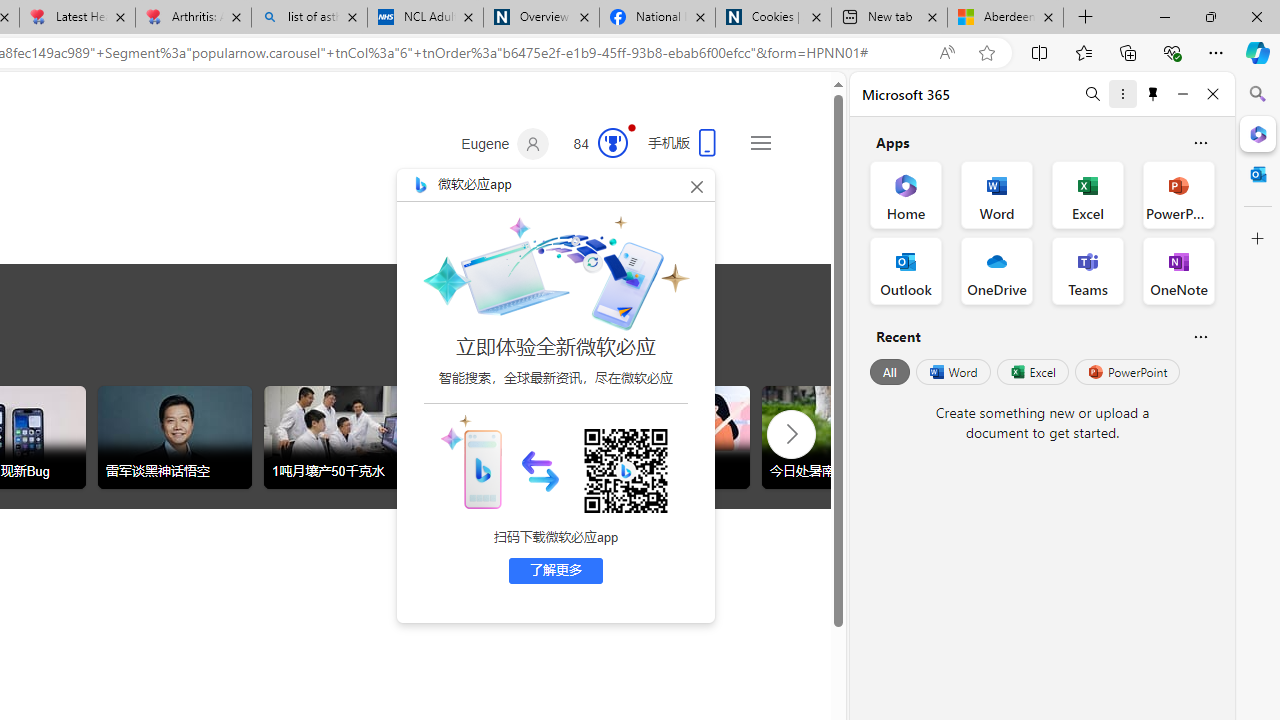 The height and width of the screenshot is (720, 1280). I want to click on 'Microsoft Rewards 84', so click(593, 143).